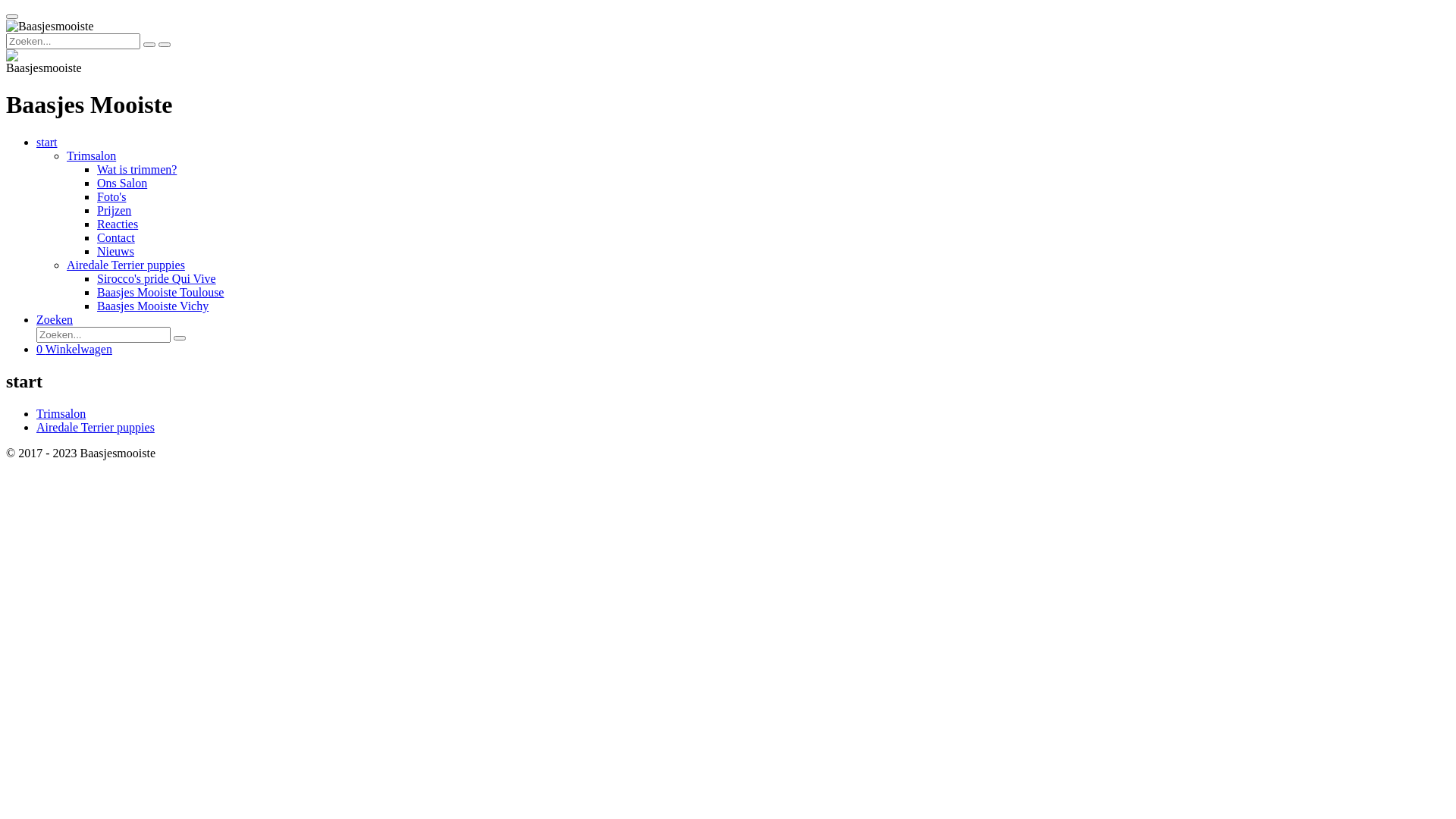 This screenshot has height=819, width=1456. Describe the element at coordinates (47, 142) in the screenshot. I see `'start'` at that location.